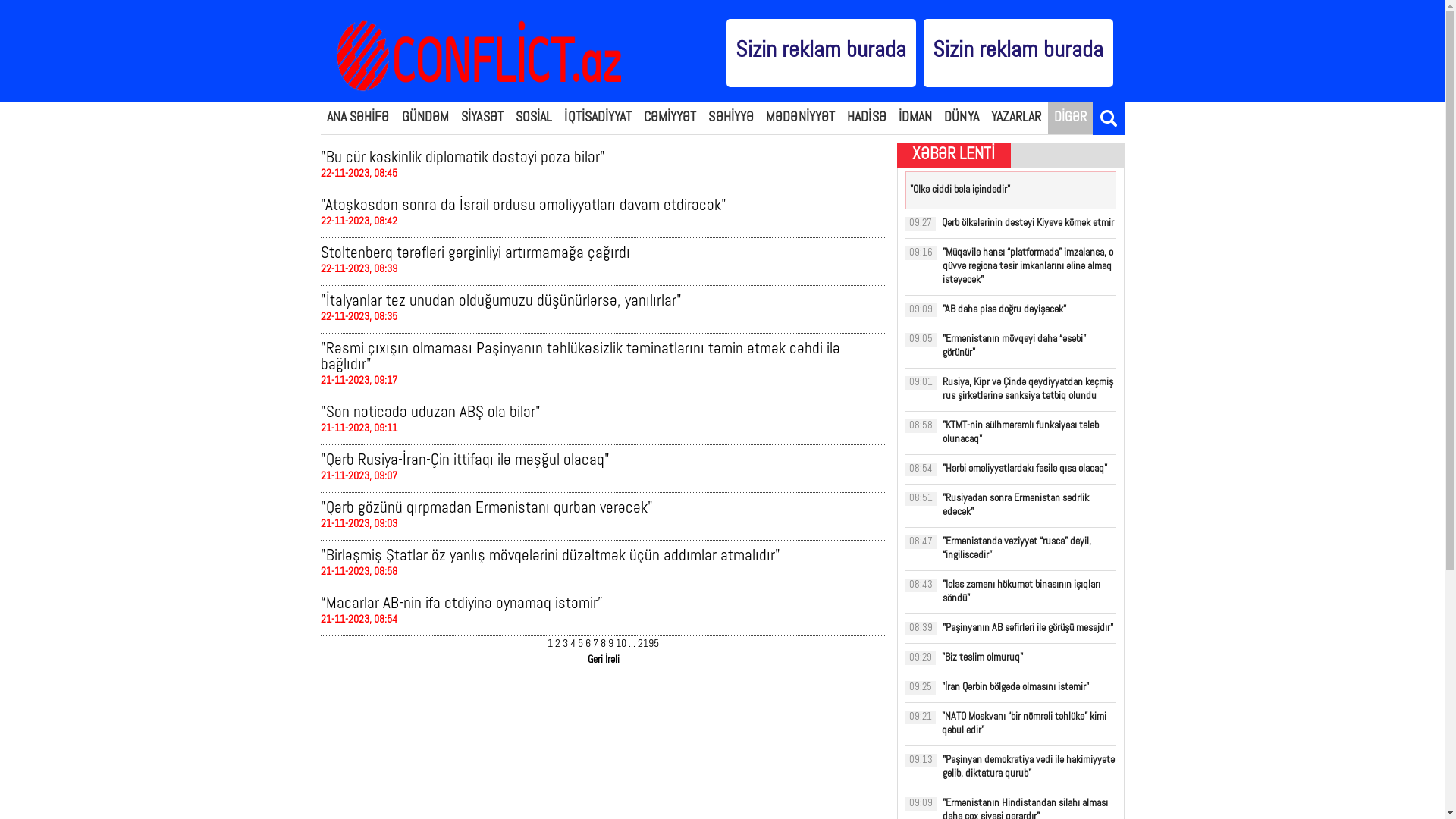 Image resolution: width=1456 pixels, height=819 pixels. What do you see at coordinates (621, 644) in the screenshot?
I see `'10'` at bounding box center [621, 644].